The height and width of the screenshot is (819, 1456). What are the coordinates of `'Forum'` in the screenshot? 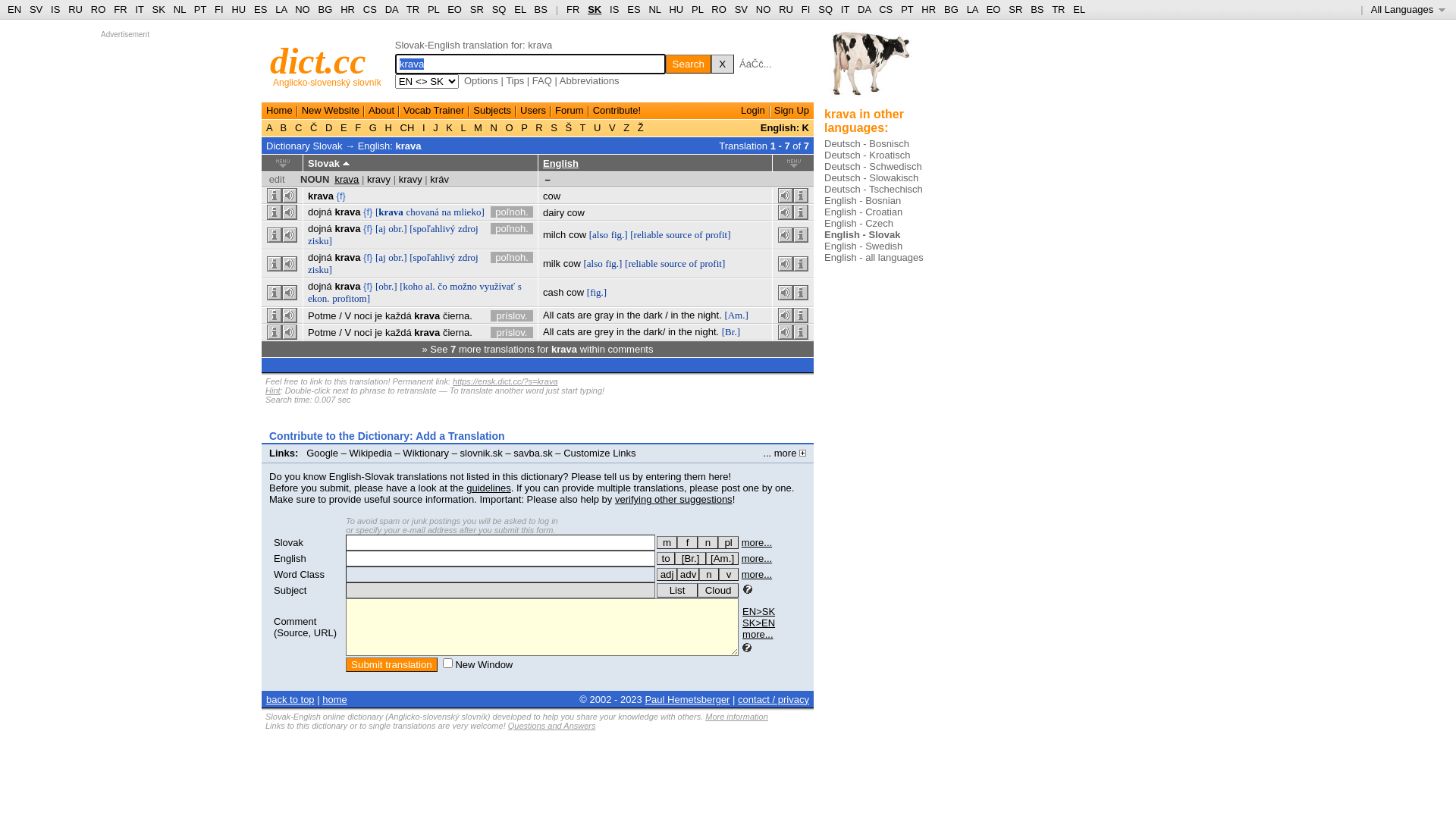 It's located at (568, 109).